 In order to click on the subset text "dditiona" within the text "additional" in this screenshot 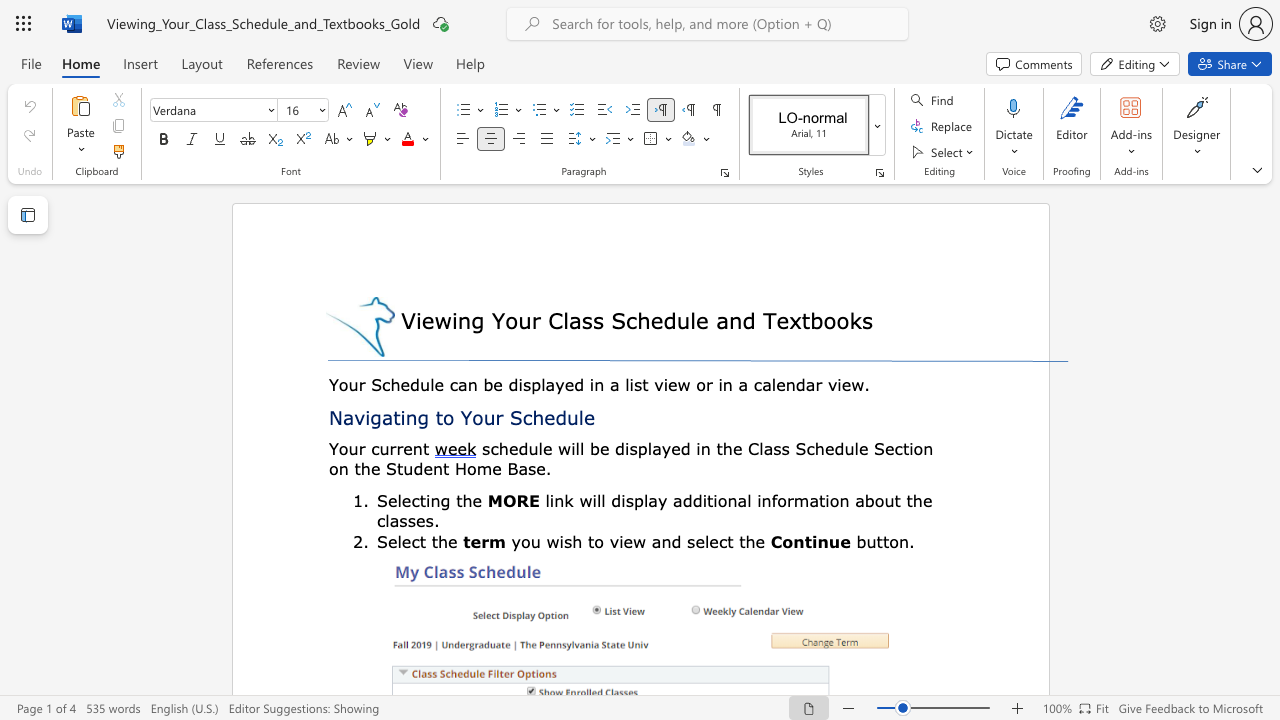, I will do `click(682, 499)`.